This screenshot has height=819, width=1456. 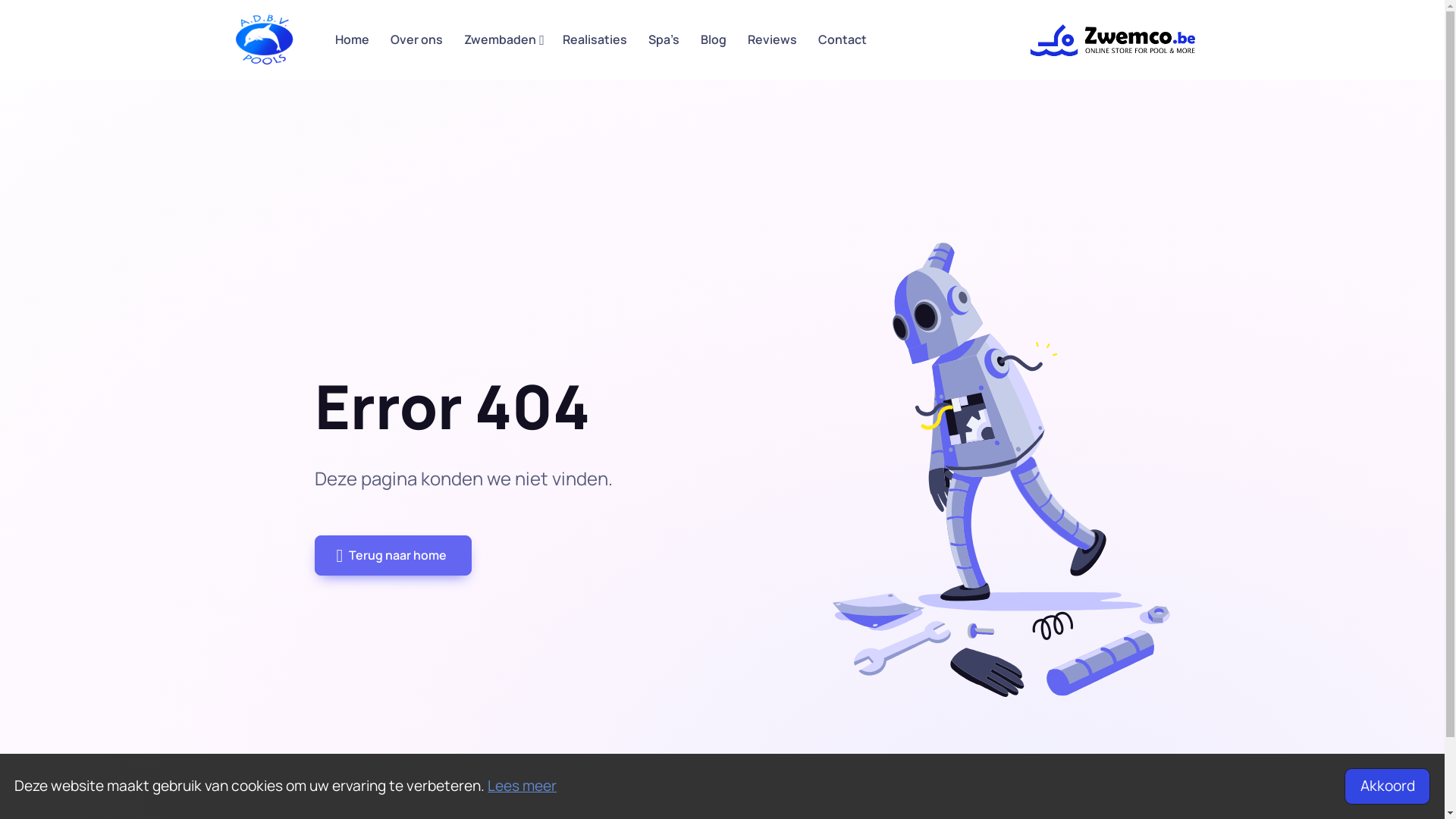 I want to click on 'Contact', so click(x=807, y=39).